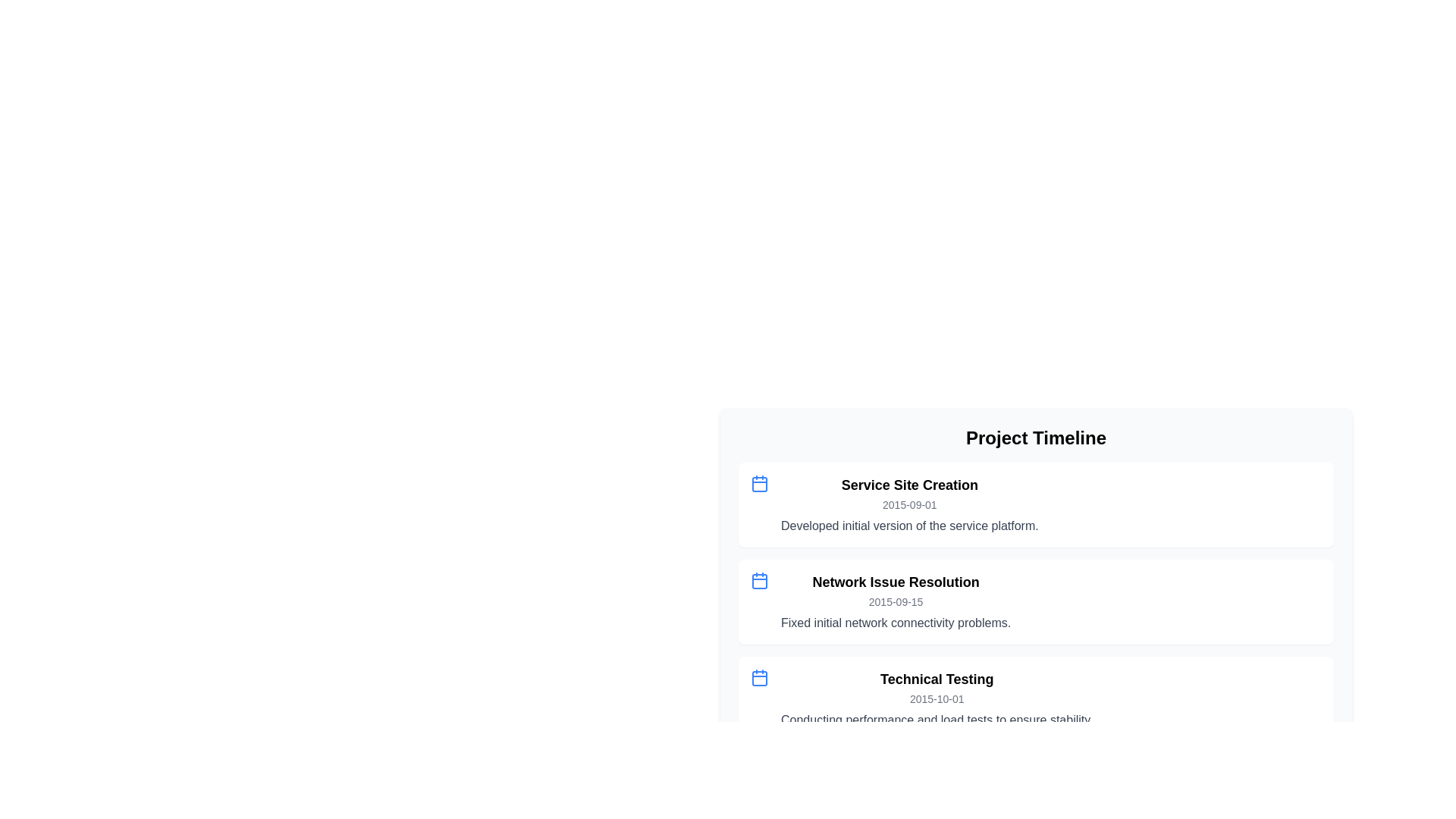  What do you see at coordinates (936, 698) in the screenshot?
I see `the third text information block in the vertical timeline that describes a timeline event related to the project, positioned below 'Service Site Creation' and 'Network Issue Resolution'` at bounding box center [936, 698].